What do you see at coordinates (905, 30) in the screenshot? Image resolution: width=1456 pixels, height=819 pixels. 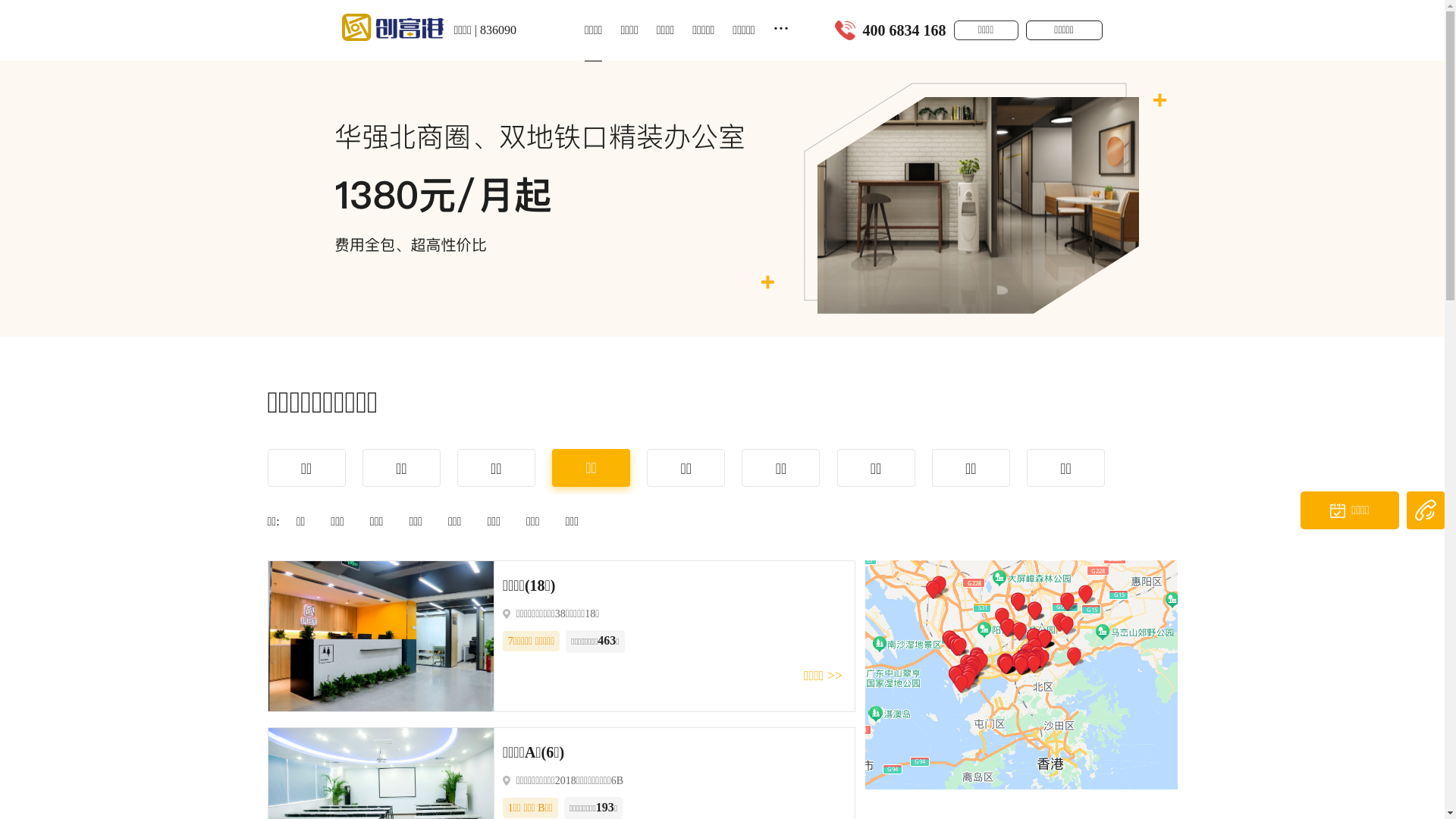 I see `'400 6834 168'` at bounding box center [905, 30].